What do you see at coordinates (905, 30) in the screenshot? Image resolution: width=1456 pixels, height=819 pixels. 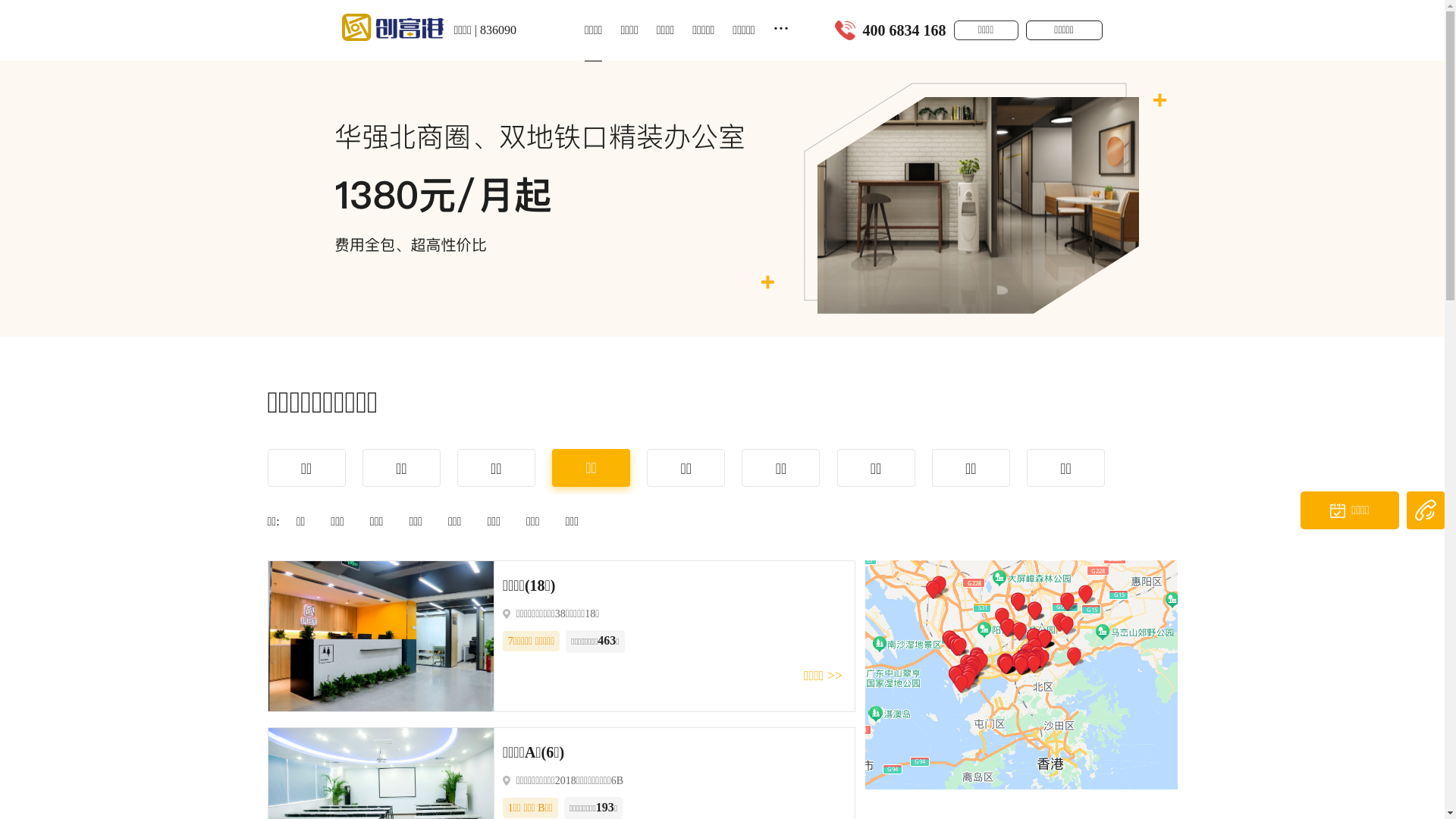 I see `'400 6834 168'` at bounding box center [905, 30].